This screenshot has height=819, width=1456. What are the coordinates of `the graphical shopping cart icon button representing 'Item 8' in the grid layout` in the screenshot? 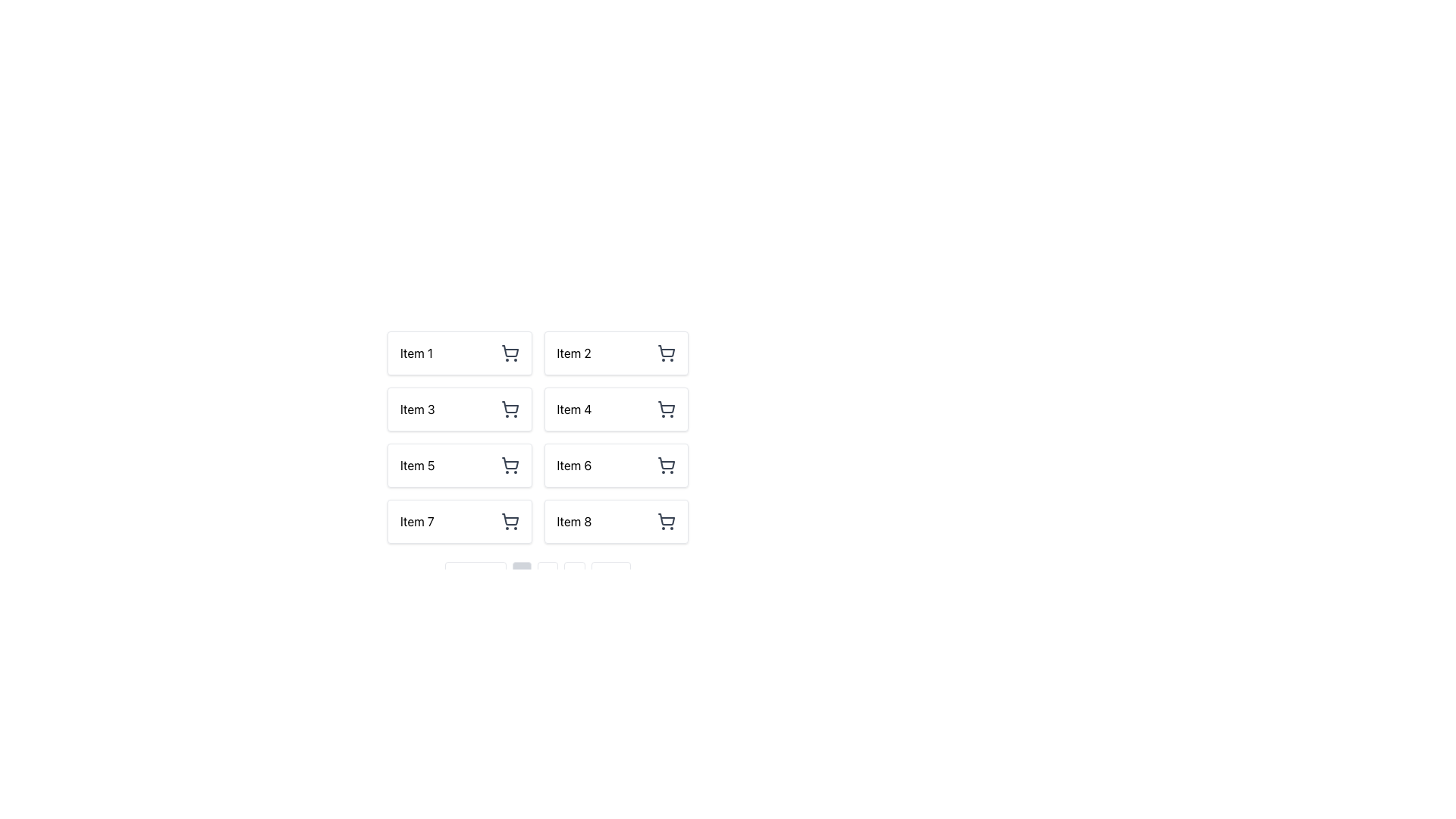 It's located at (666, 520).